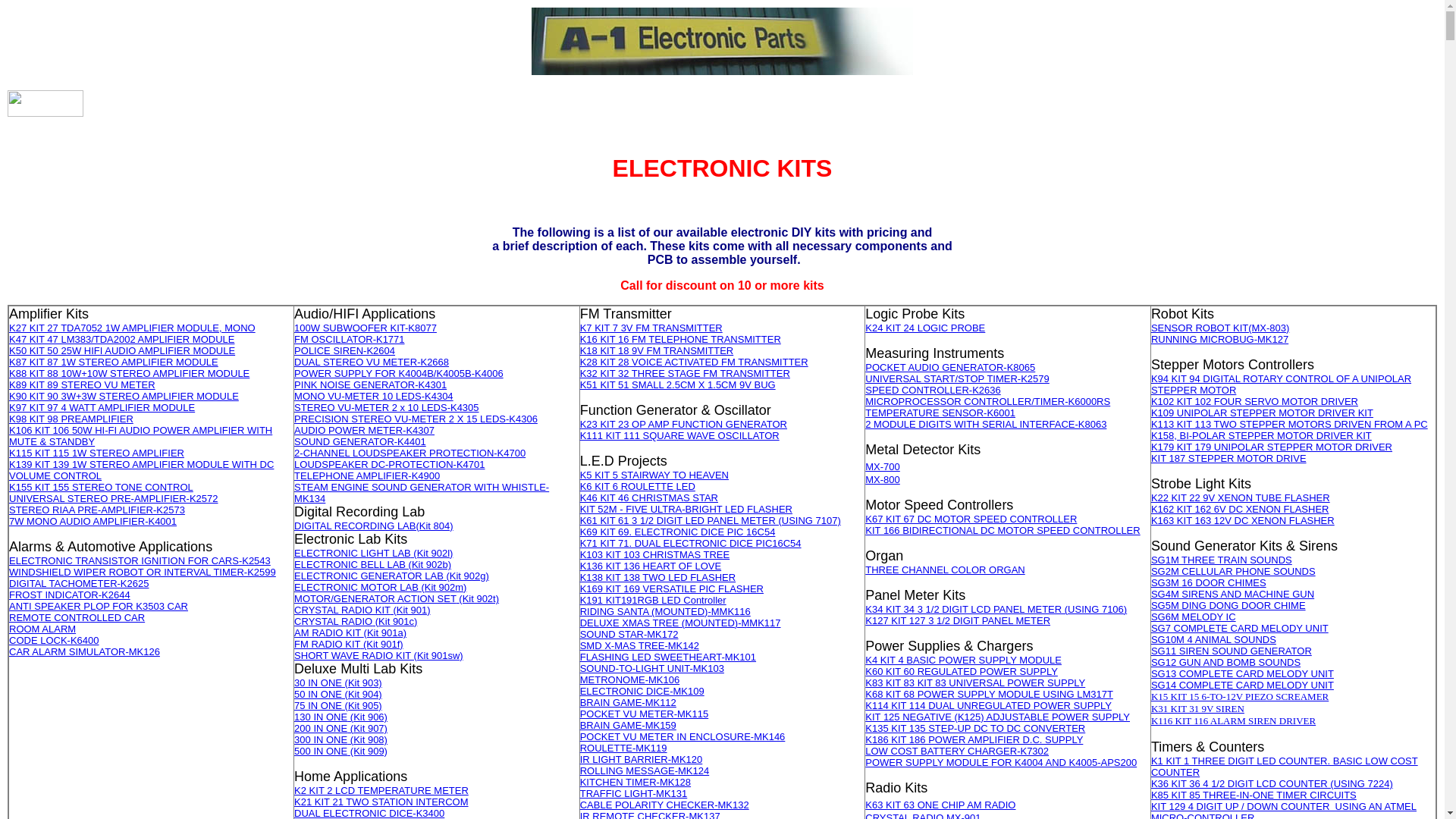 Image resolution: width=1456 pixels, height=819 pixels. What do you see at coordinates (684, 373) in the screenshot?
I see `'K32 KIT 32 THREE STAGE FM TRANSMITTER'` at bounding box center [684, 373].